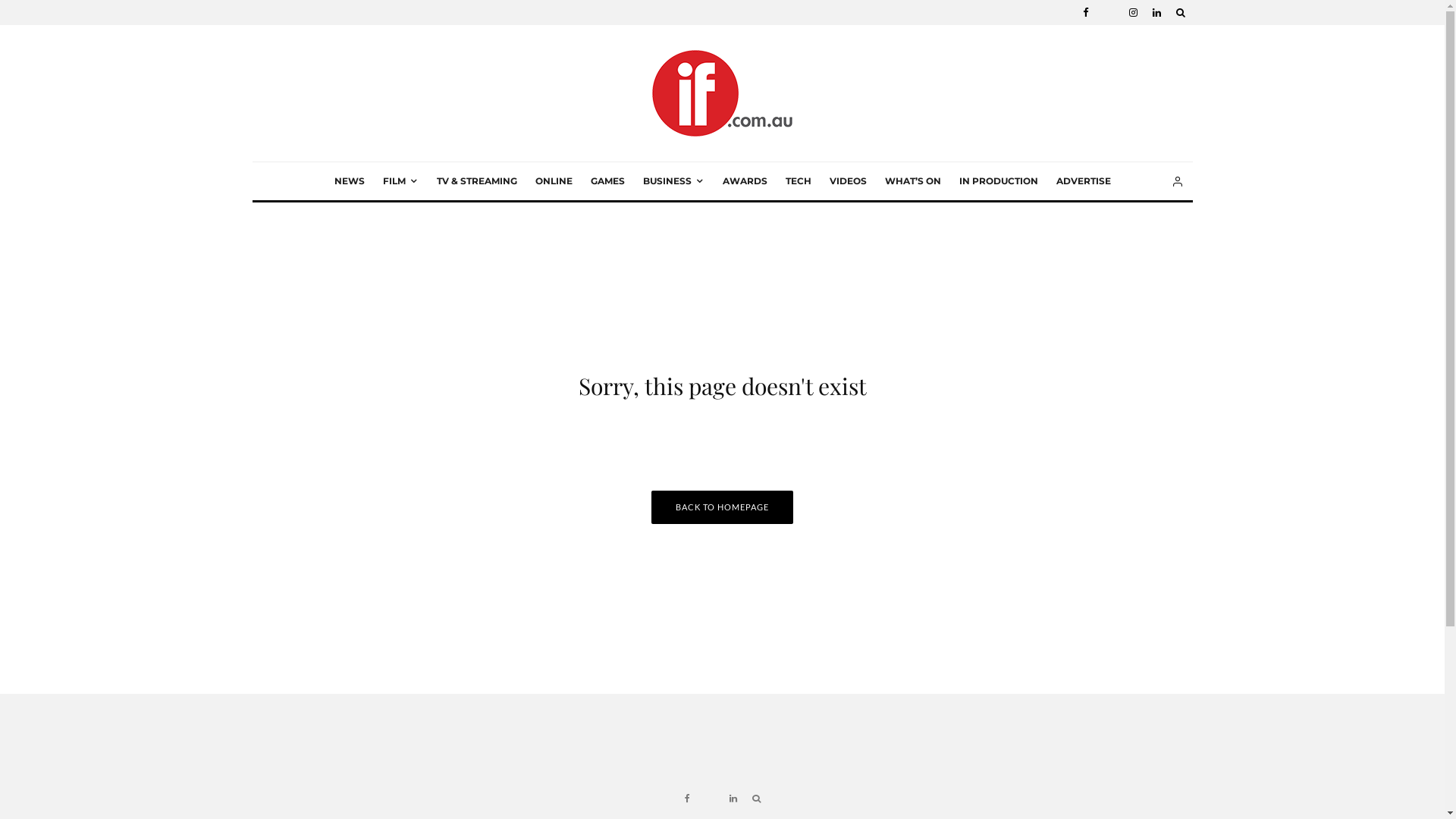 The height and width of the screenshot is (819, 1456). What do you see at coordinates (323, 180) in the screenshot?
I see `'NEWS'` at bounding box center [323, 180].